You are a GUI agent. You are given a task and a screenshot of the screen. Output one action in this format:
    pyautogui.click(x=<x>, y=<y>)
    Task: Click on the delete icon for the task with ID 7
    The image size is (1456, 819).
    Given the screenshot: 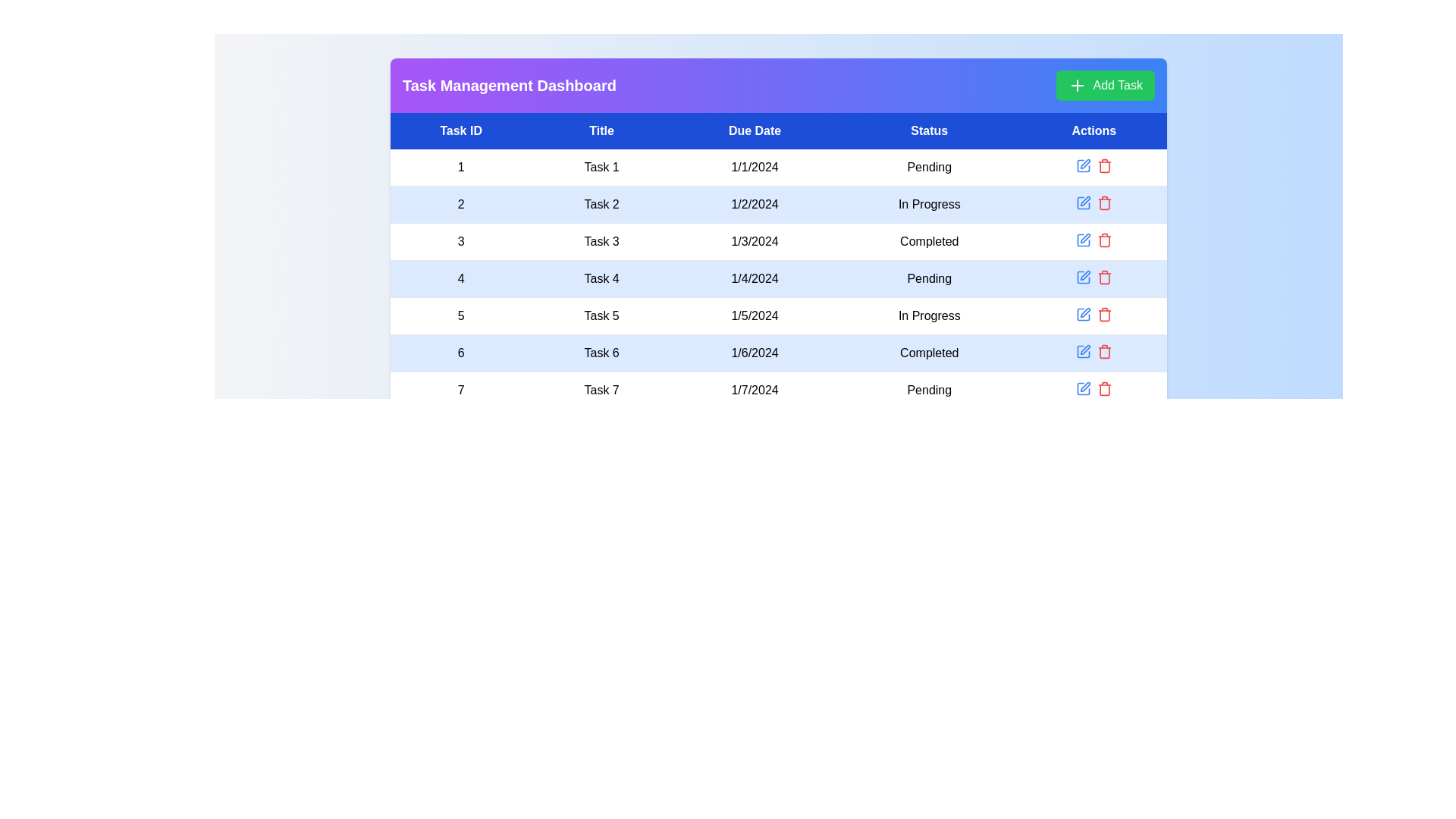 What is the action you would take?
    pyautogui.click(x=1104, y=388)
    